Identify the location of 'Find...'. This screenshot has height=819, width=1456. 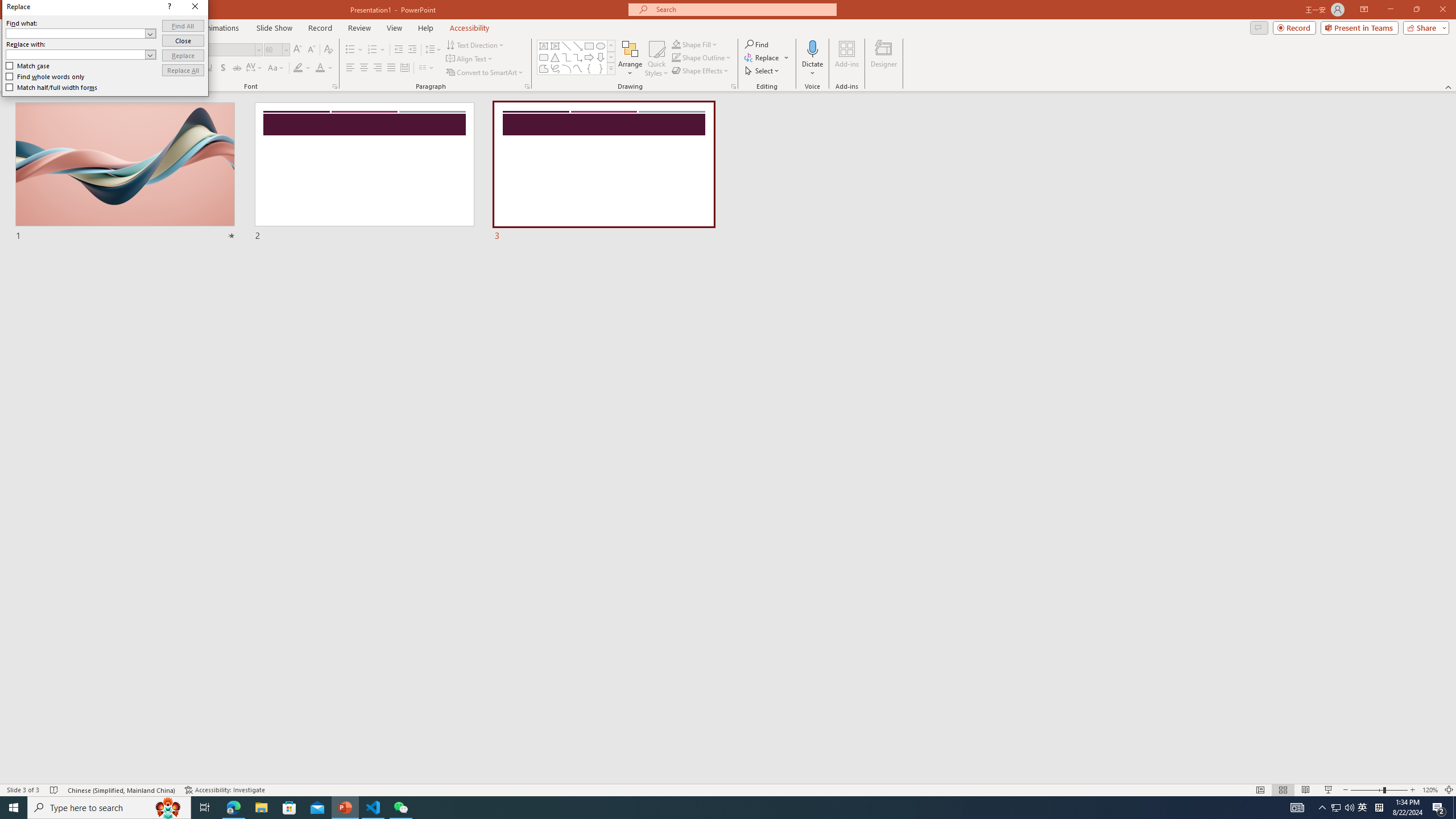
(756, 44).